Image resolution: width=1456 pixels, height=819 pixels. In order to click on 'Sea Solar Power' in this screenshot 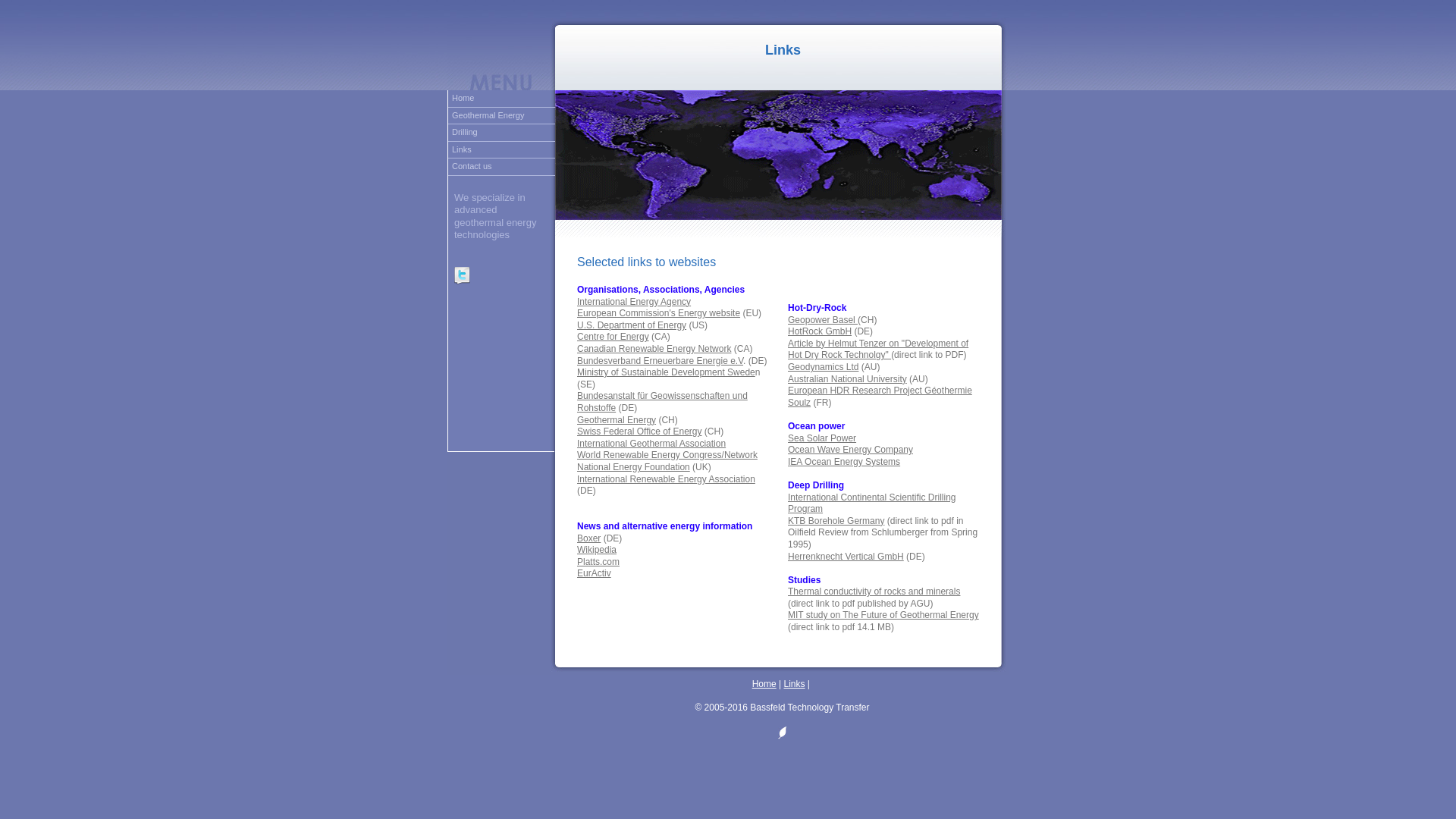, I will do `click(821, 438)`.